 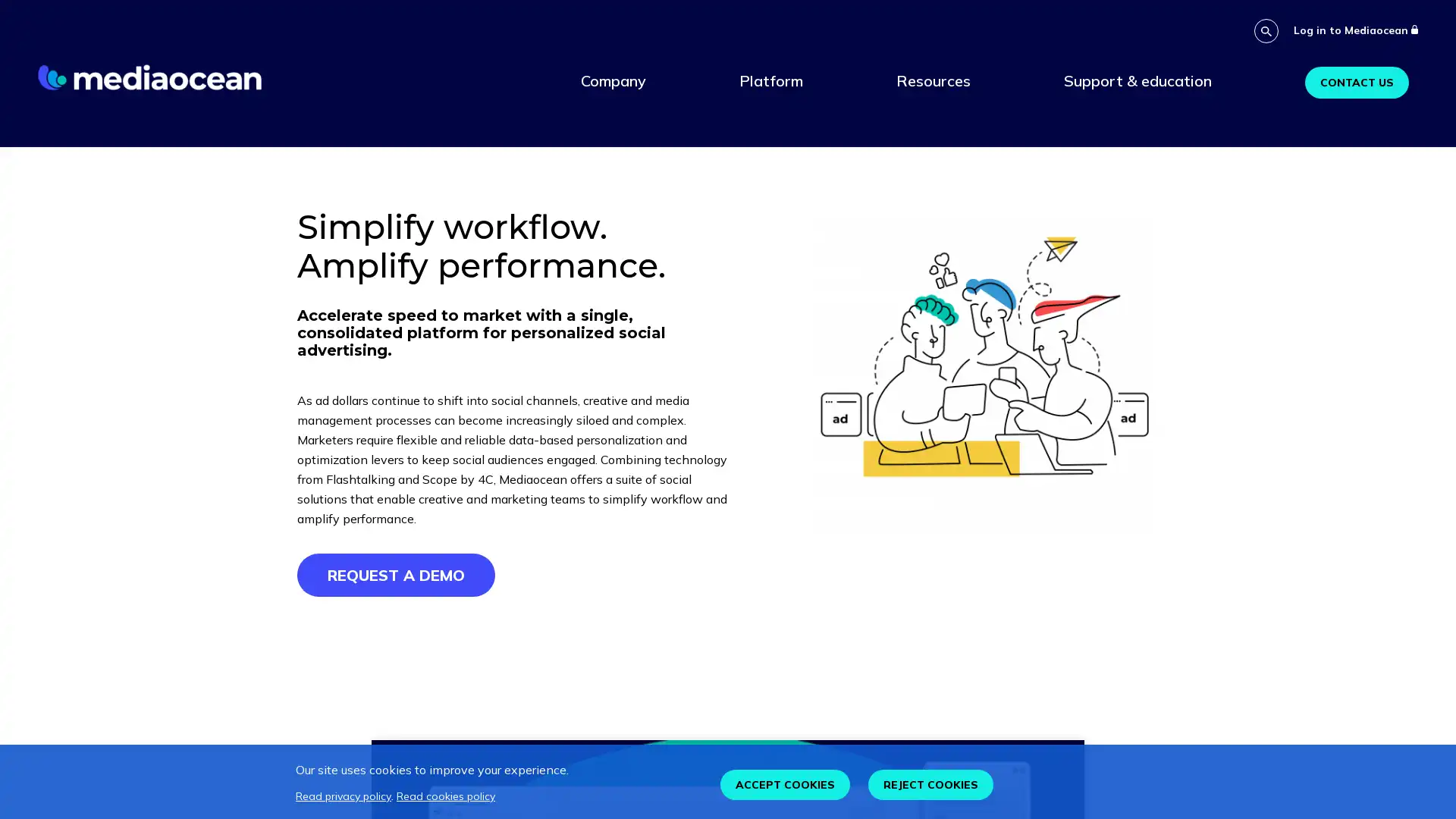 I want to click on ACCEPT COOKIES, so click(x=785, y=783).